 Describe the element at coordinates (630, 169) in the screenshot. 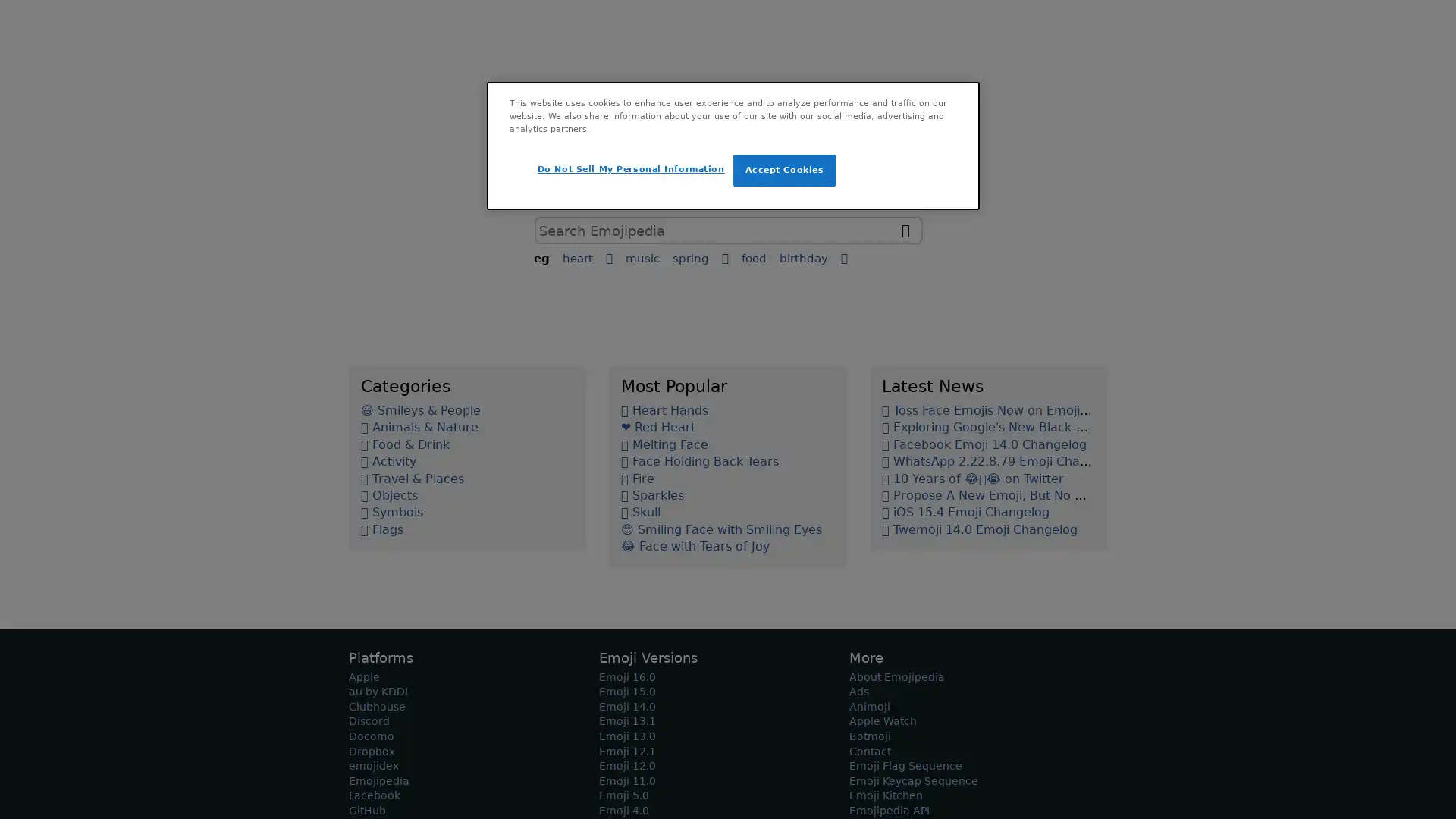

I see `Do Not Sell My Personal Information` at that location.